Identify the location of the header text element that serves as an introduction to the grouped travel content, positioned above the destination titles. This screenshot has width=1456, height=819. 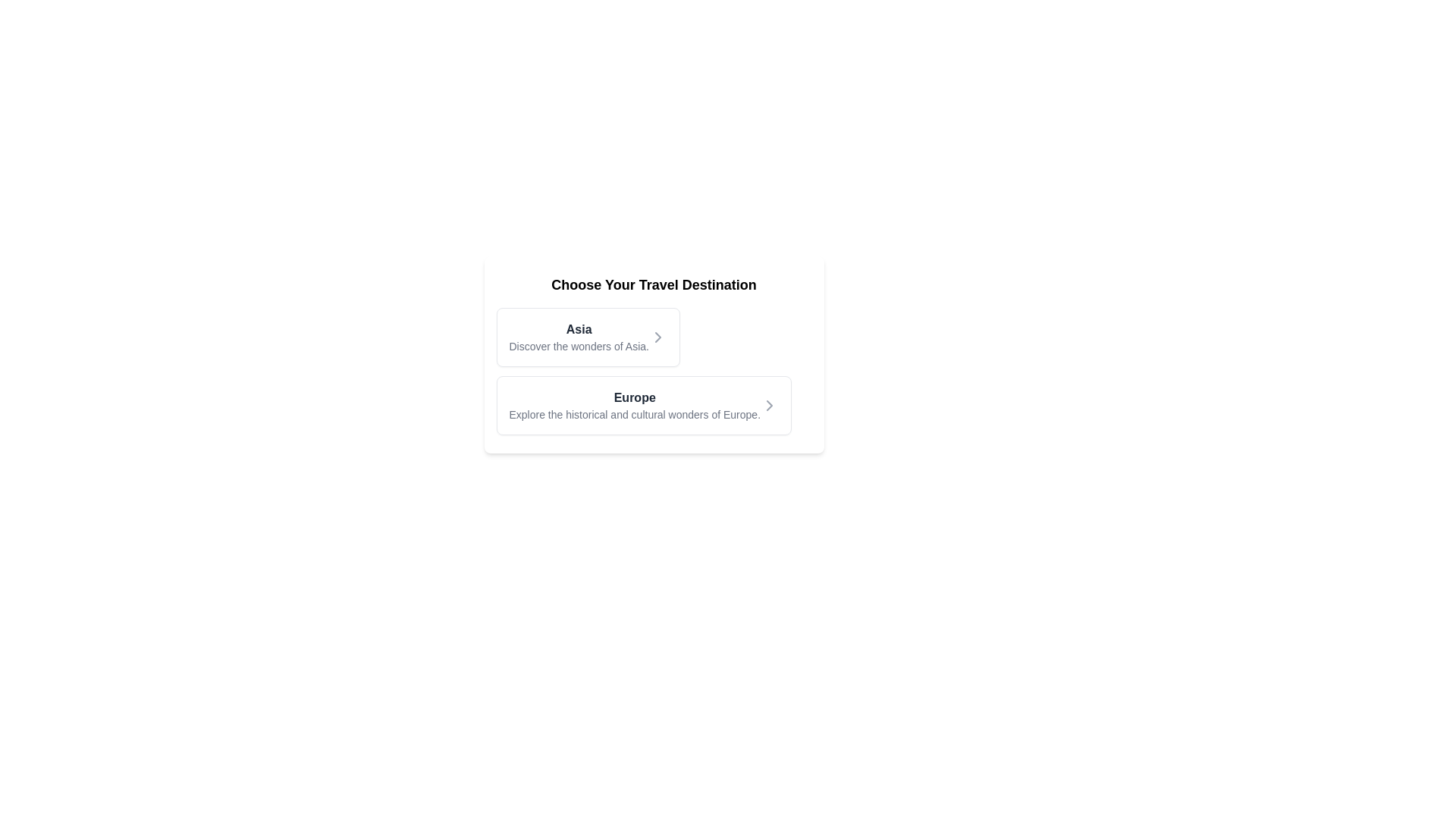
(654, 284).